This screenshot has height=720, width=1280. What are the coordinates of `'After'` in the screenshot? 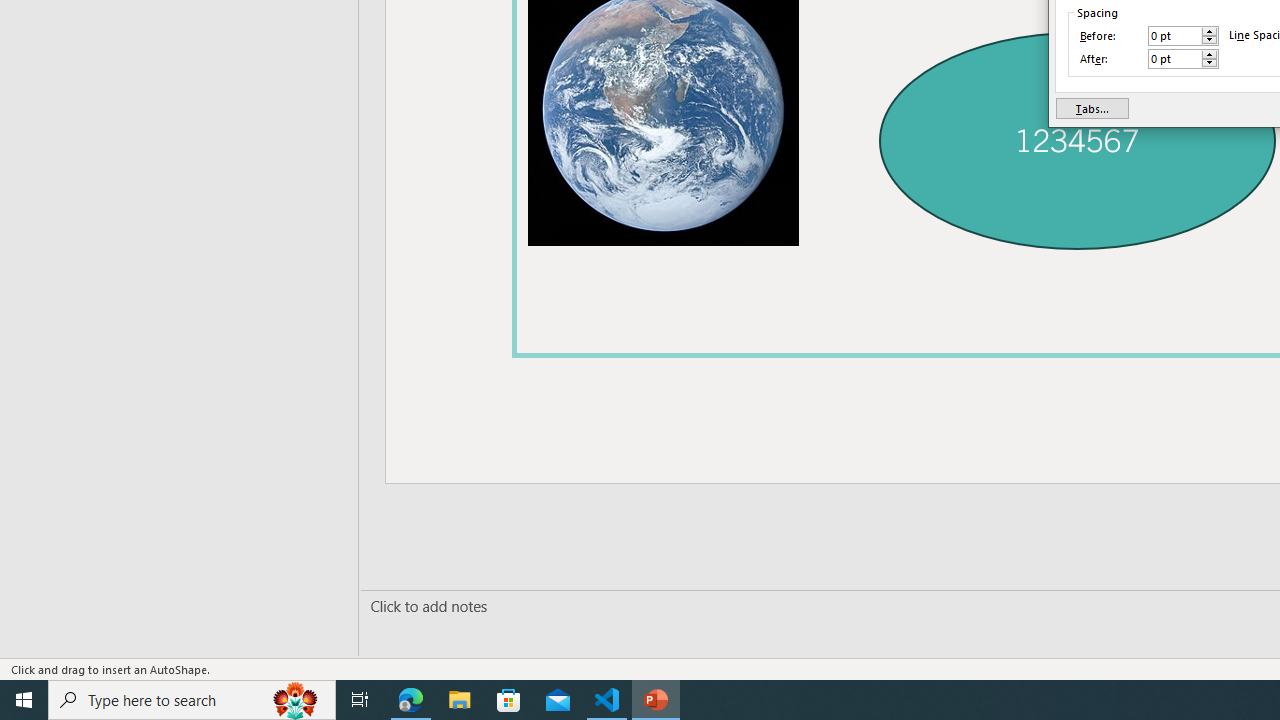 It's located at (1183, 58).